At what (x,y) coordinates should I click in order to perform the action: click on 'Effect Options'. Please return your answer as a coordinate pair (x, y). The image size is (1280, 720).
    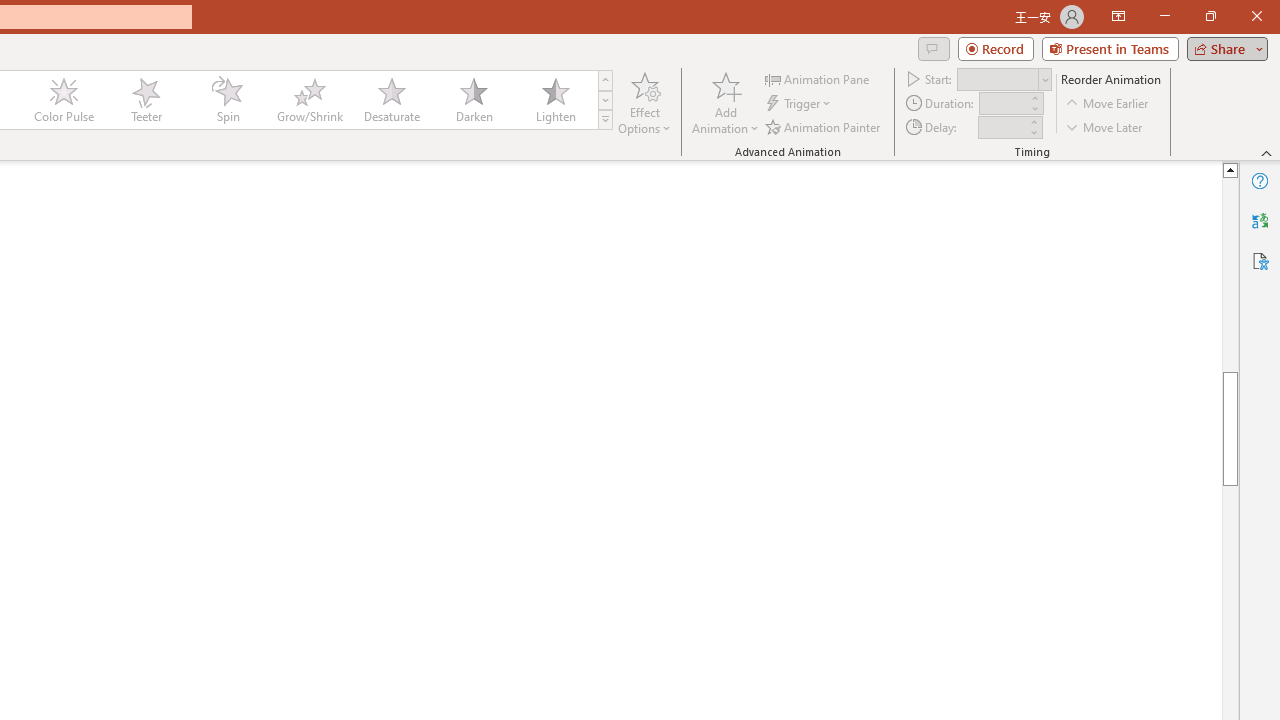
    Looking at the image, I should click on (645, 103).